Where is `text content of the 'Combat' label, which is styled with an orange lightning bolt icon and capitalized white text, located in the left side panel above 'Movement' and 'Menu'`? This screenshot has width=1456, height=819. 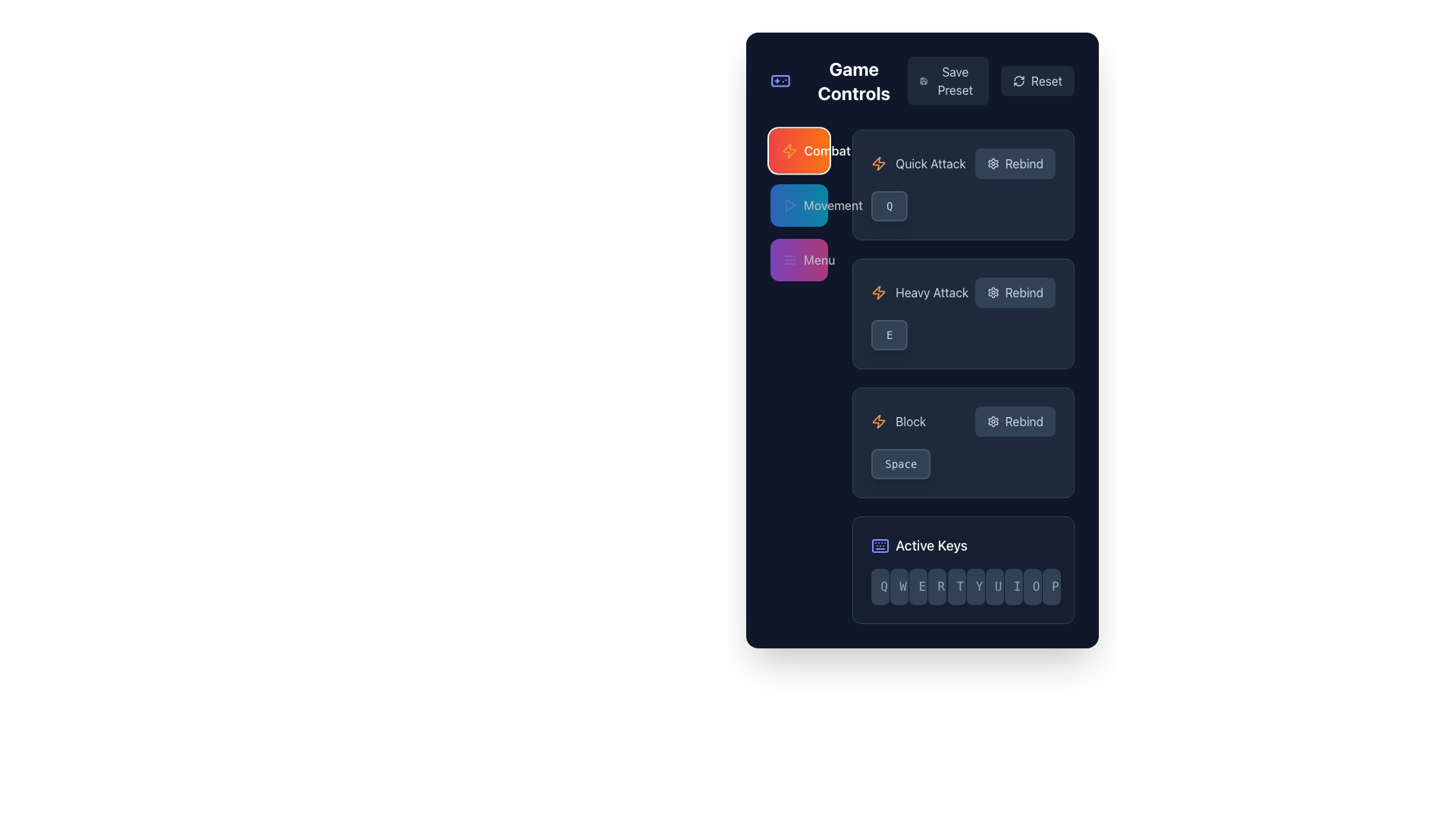
text content of the 'Combat' label, which is styled with an orange lightning bolt icon and capitalized white text, located in the left side panel above 'Movement' and 'Menu' is located at coordinates (799, 151).